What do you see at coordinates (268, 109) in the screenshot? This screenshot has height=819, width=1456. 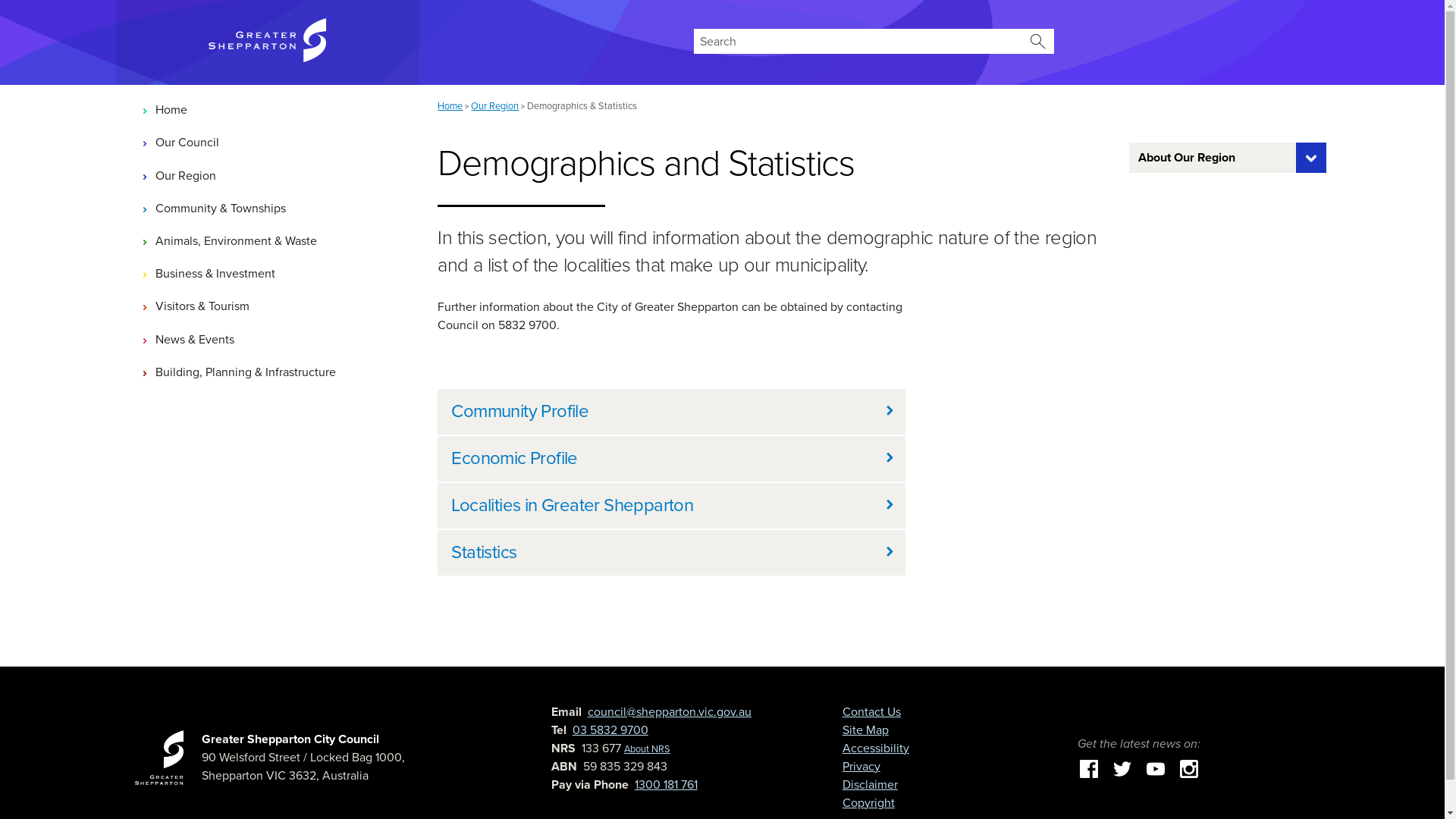 I see `'Home'` at bounding box center [268, 109].